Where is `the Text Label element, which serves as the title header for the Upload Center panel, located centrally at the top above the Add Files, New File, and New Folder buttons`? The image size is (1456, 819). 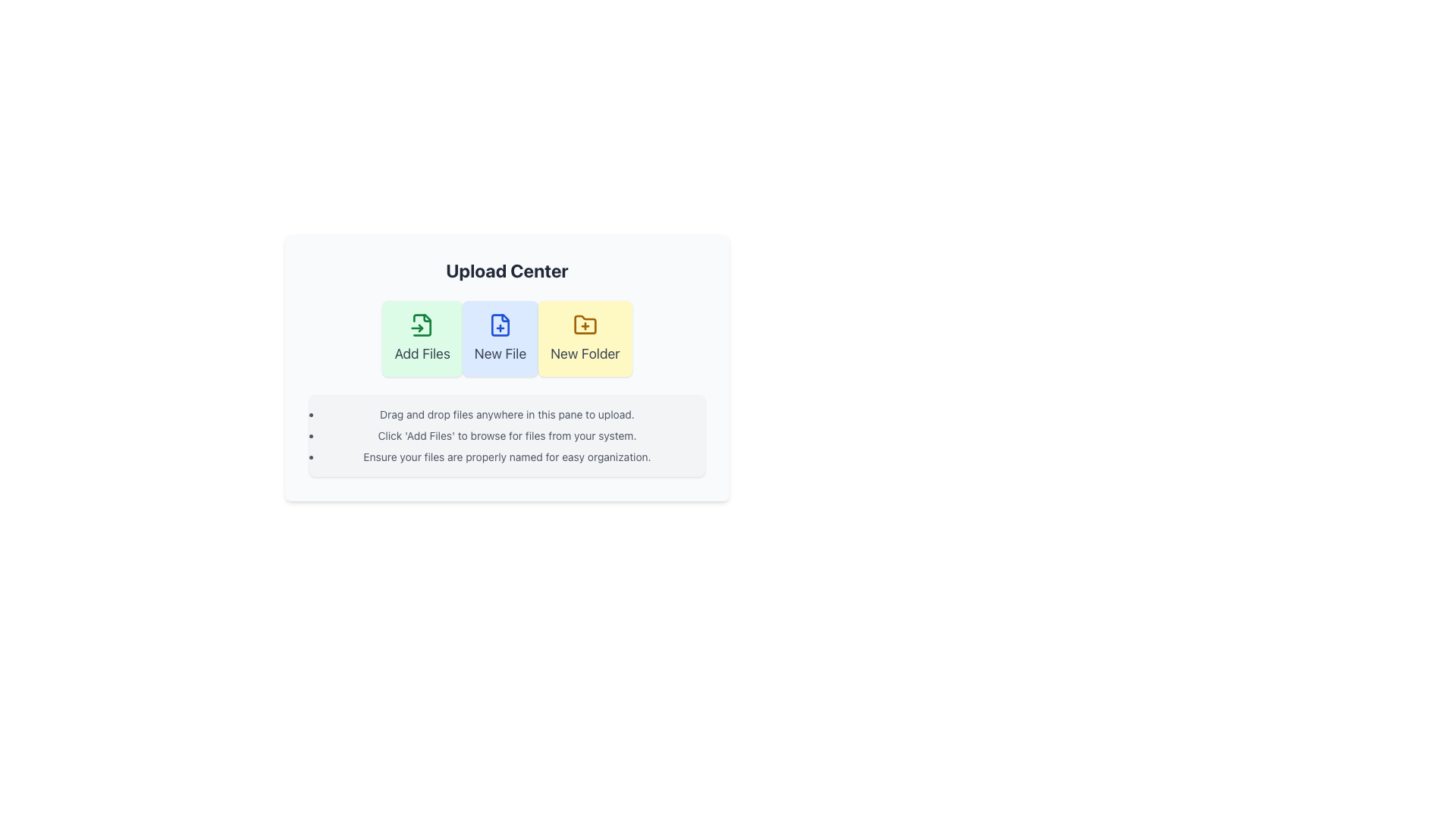
the Text Label element, which serves as the title header for the Upload Center panel, located centrally at the top above the Add Files, New File, and New Folder buttons is located at coordinates (507, 270).